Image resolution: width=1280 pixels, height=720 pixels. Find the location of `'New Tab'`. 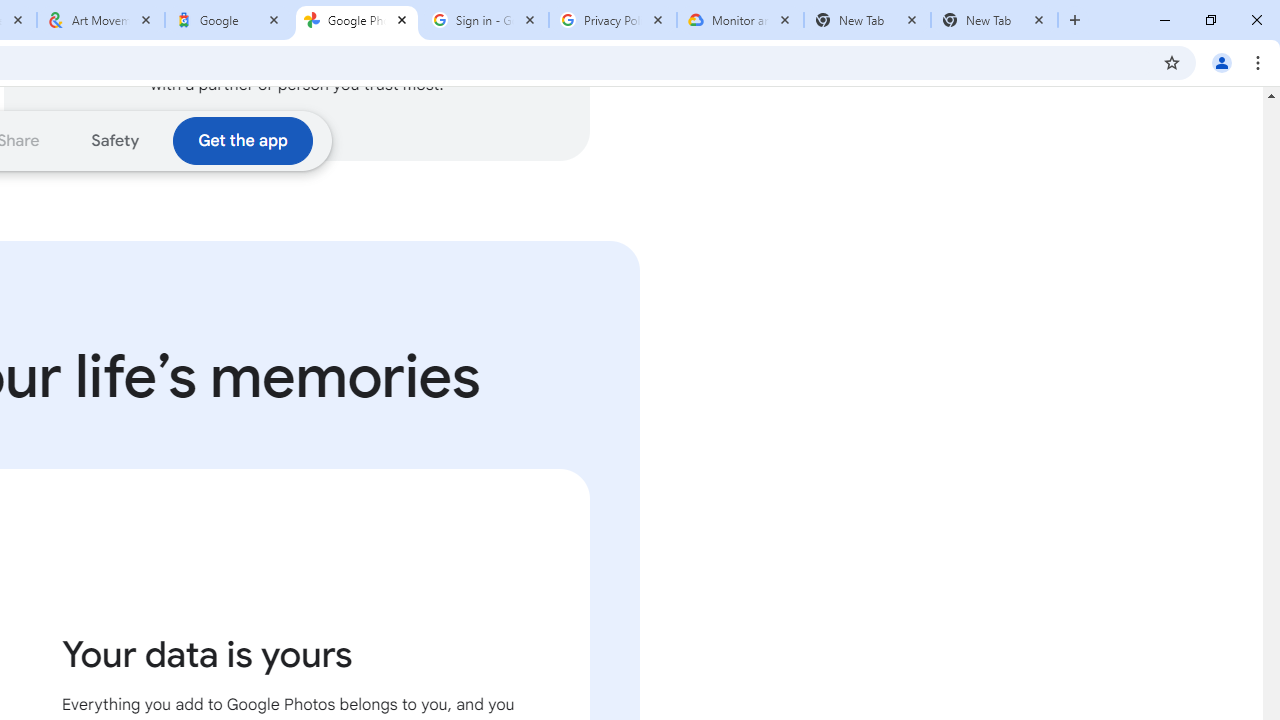

'New Tab' is located at coordinates (994, 20).